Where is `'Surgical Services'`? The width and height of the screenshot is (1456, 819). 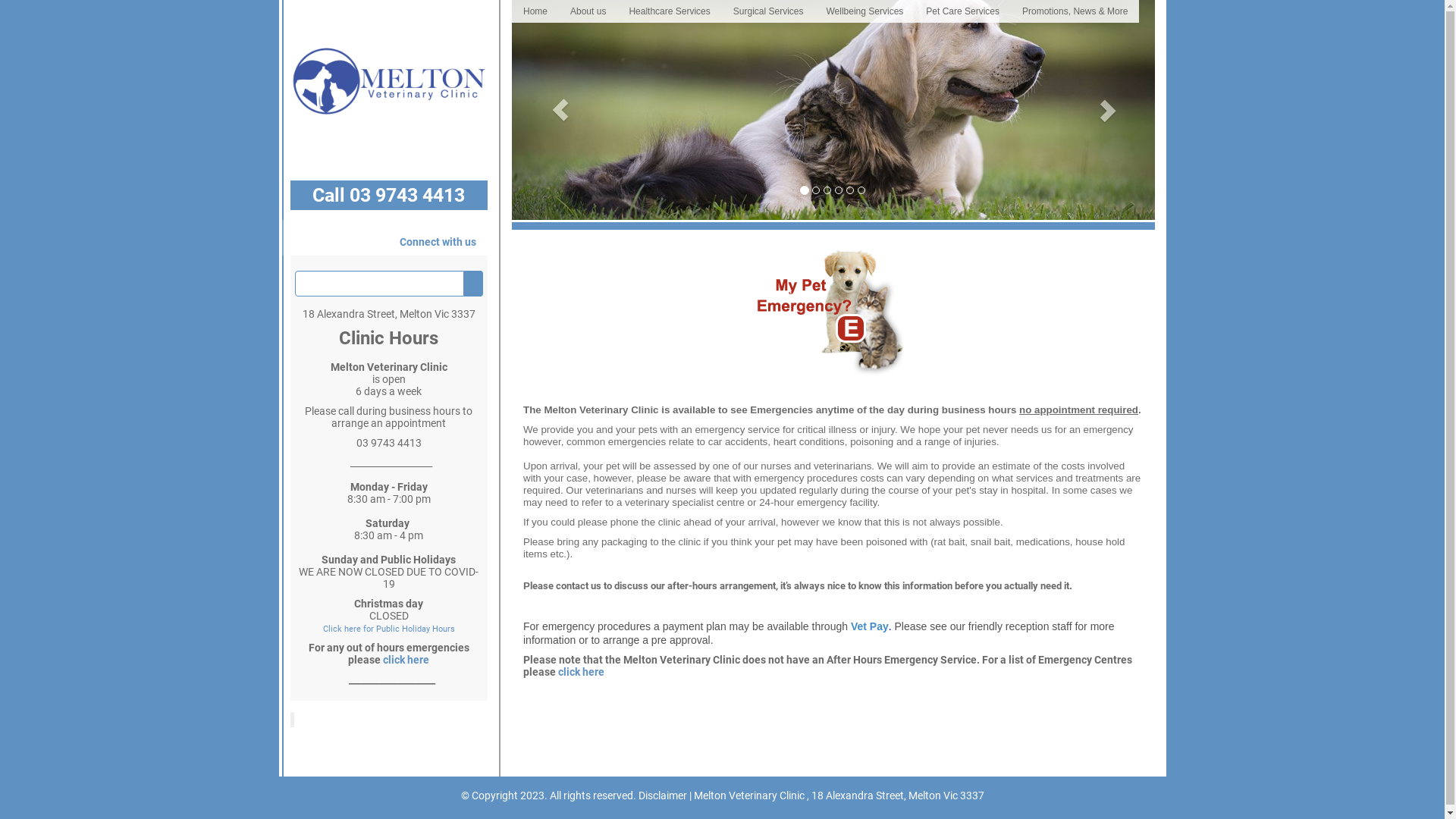
'Surgical Services' is located at coordinates (720, 11).